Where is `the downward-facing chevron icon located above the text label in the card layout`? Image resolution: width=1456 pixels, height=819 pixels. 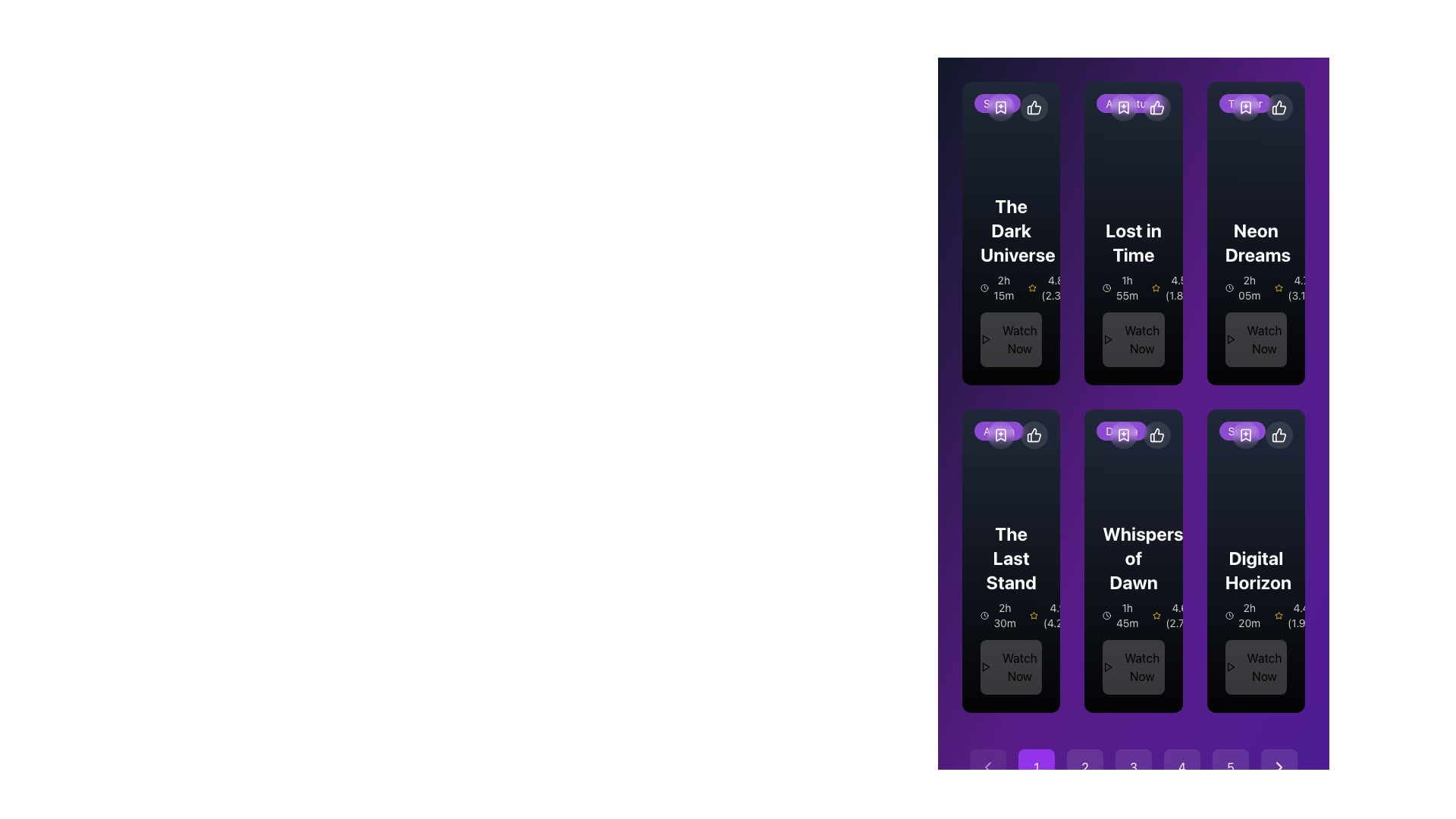
the downward-facing chevron icon located above the text label in the card layout is located at coordinates (1001, 435).